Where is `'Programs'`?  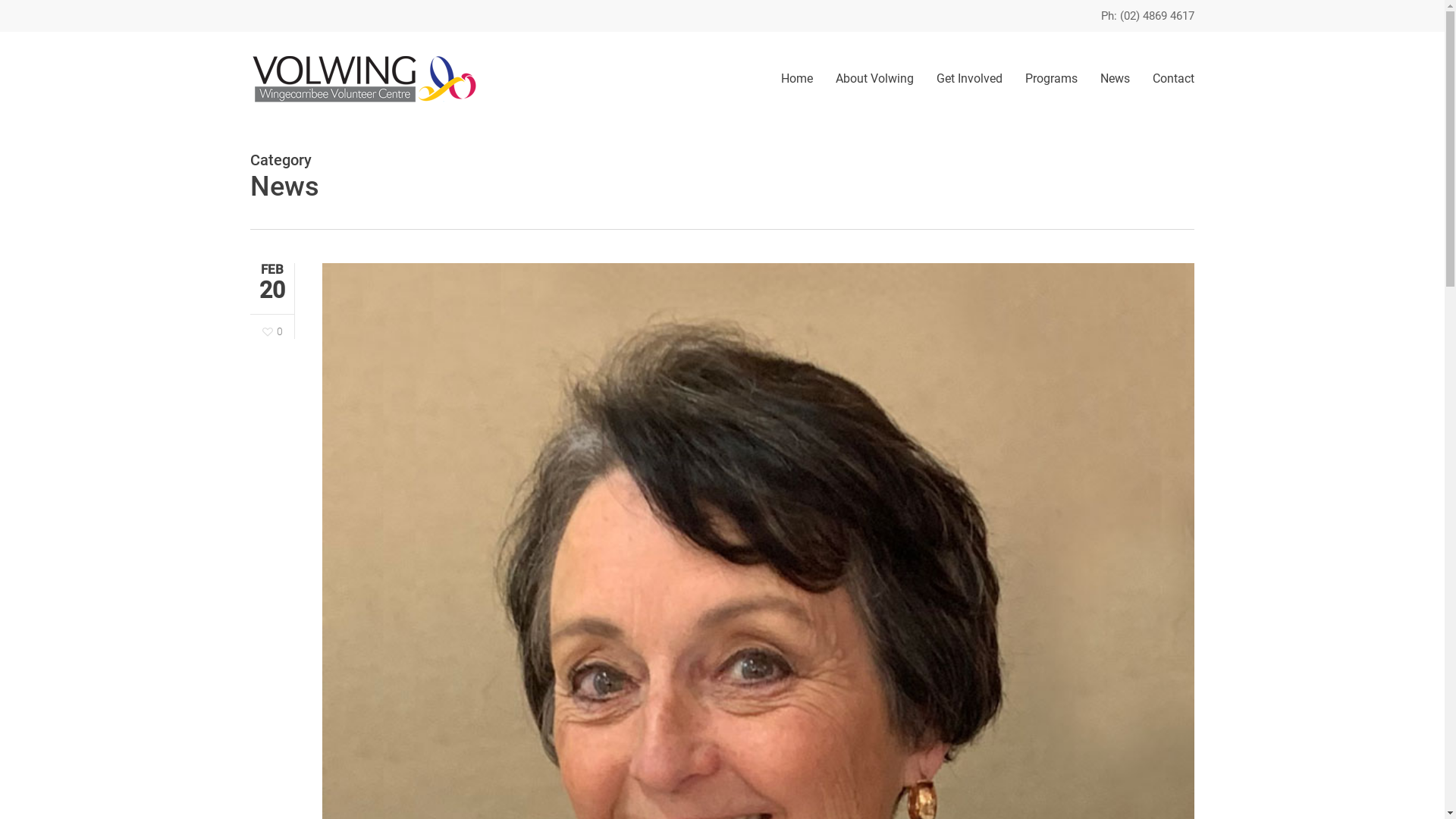 'Programs' is located at coordinates (1050, 78).